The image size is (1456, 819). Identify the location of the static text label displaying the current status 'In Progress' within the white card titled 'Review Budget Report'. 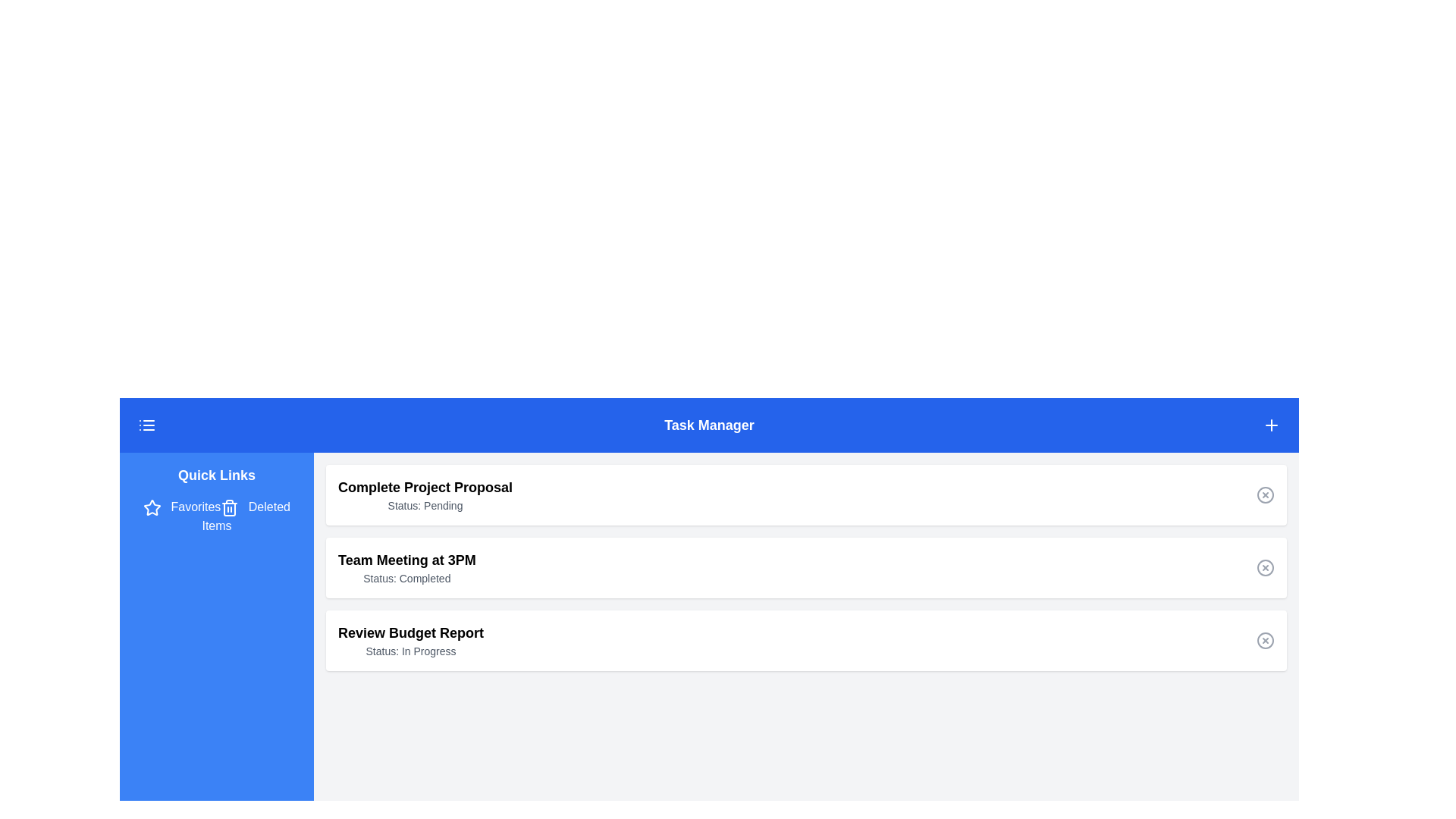
(411, 651).